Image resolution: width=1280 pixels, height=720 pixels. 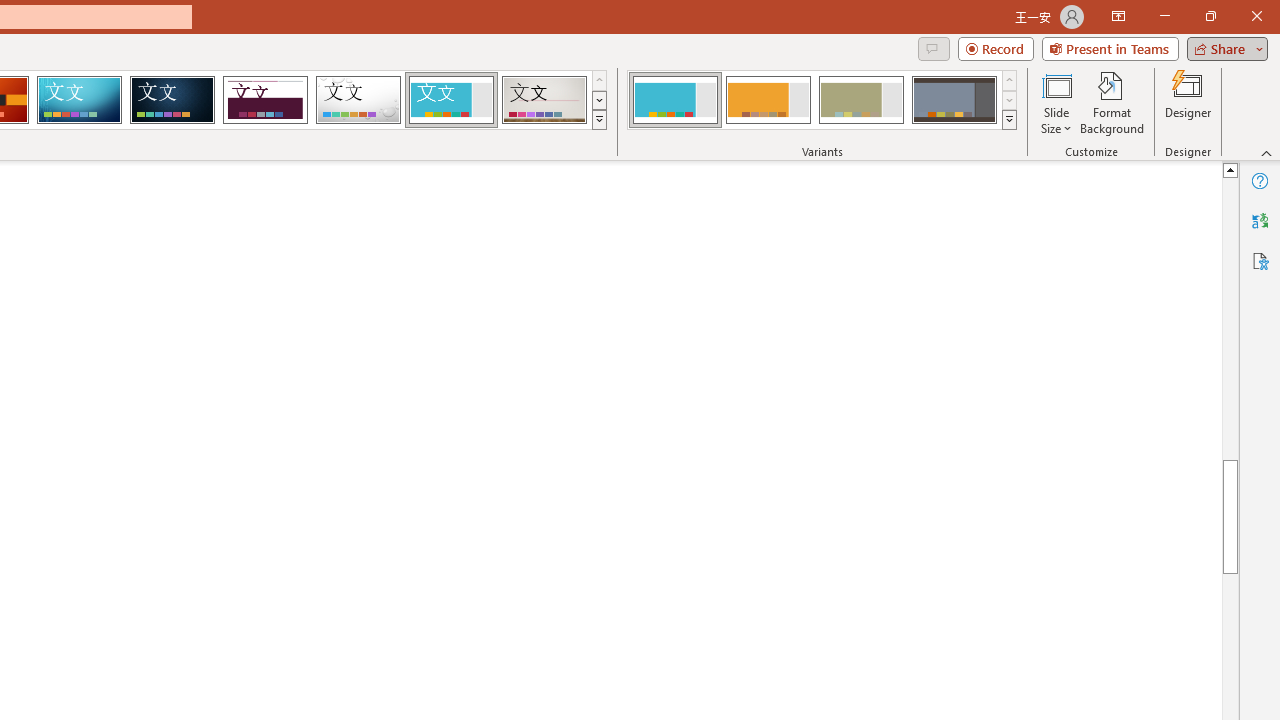 What do you see at coordinates (861, 100) in the screenshot?
I see `'Frame Variant 3'` at bounding box center [861, 100].